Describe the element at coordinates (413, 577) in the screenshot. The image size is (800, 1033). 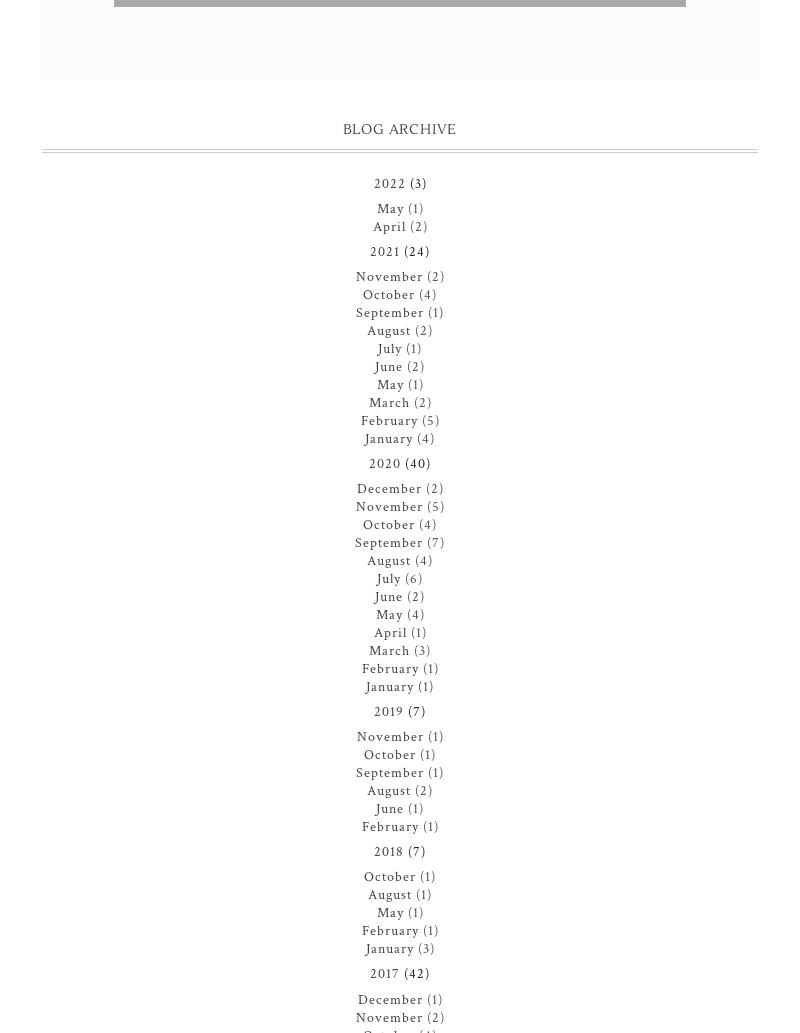
I see `'(6)'` at that location.